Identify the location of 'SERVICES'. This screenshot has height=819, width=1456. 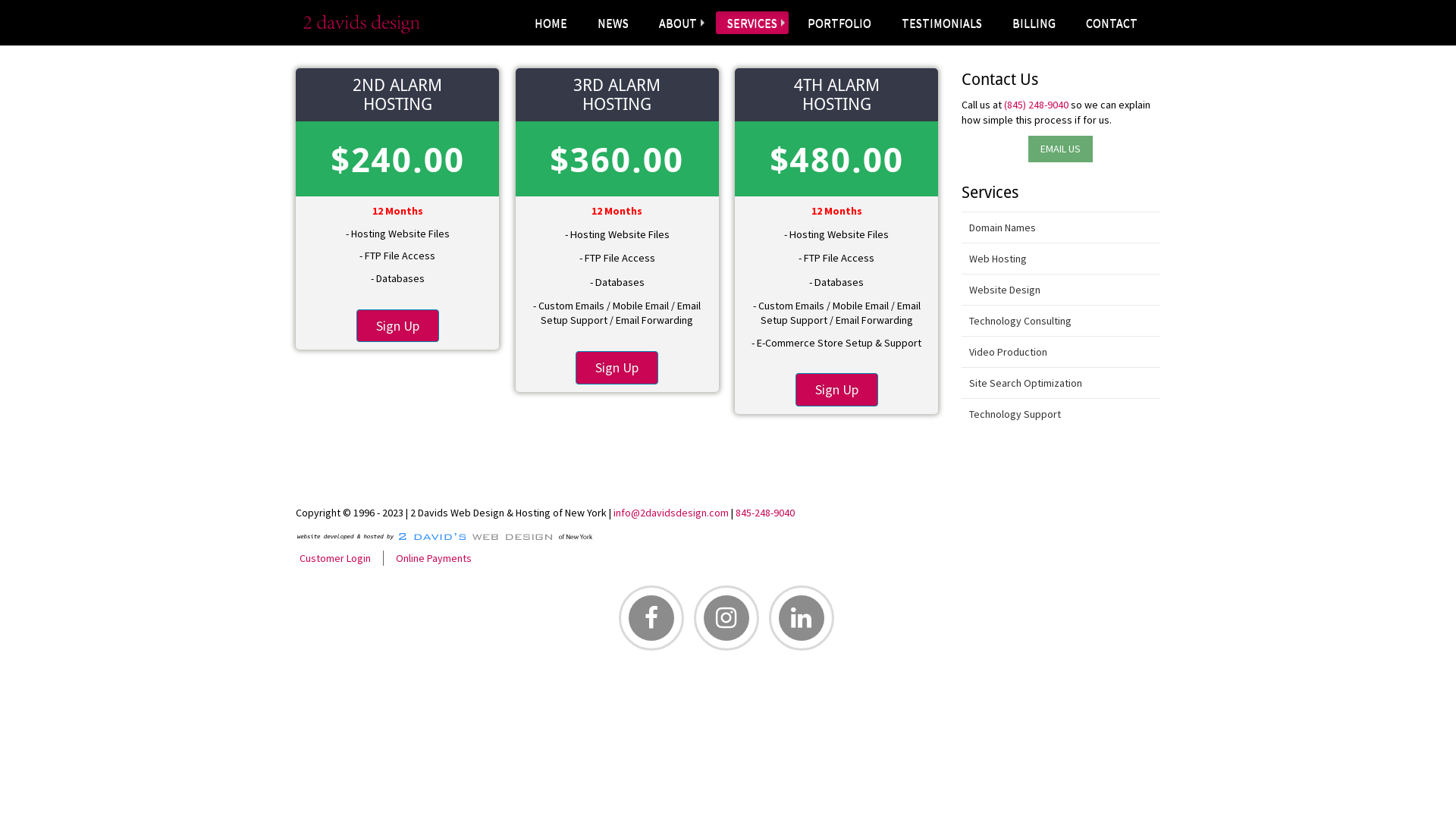
(715, 23).